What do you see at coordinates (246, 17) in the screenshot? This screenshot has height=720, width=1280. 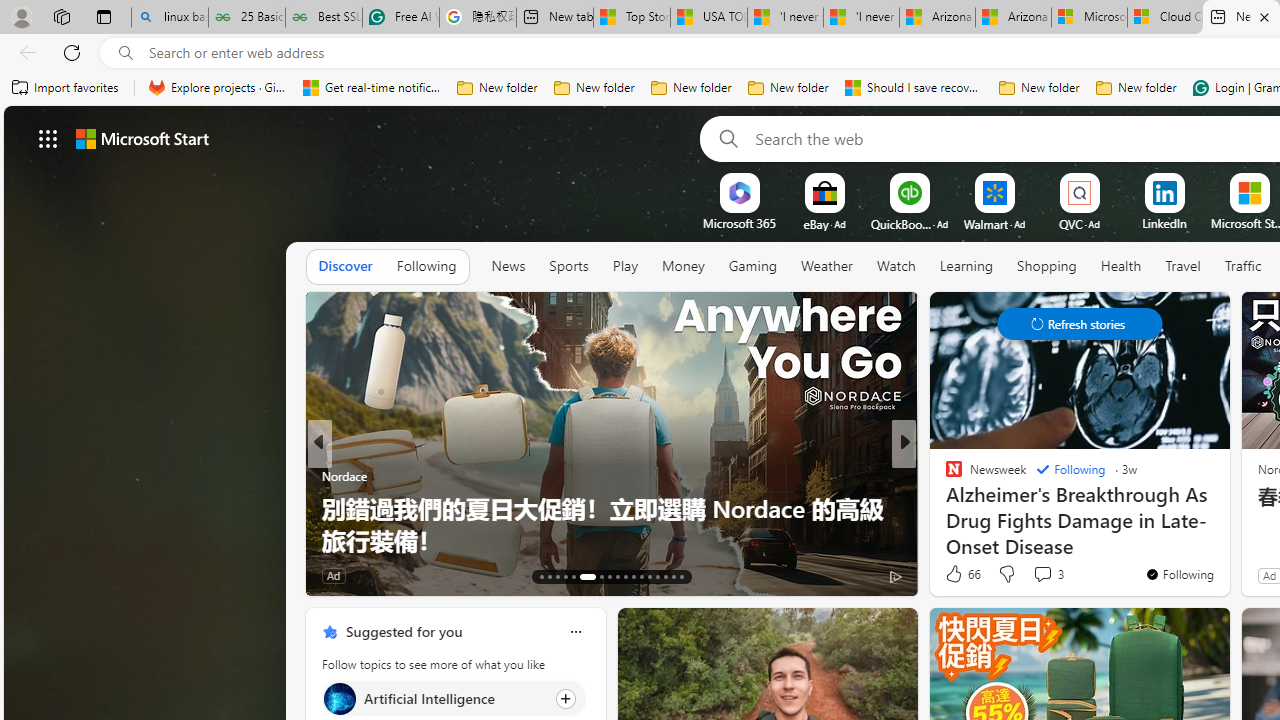 I see `'25 Basic Linux Commands For Beginners - GeeksforGeeks'` at bounding box center [246, 17].